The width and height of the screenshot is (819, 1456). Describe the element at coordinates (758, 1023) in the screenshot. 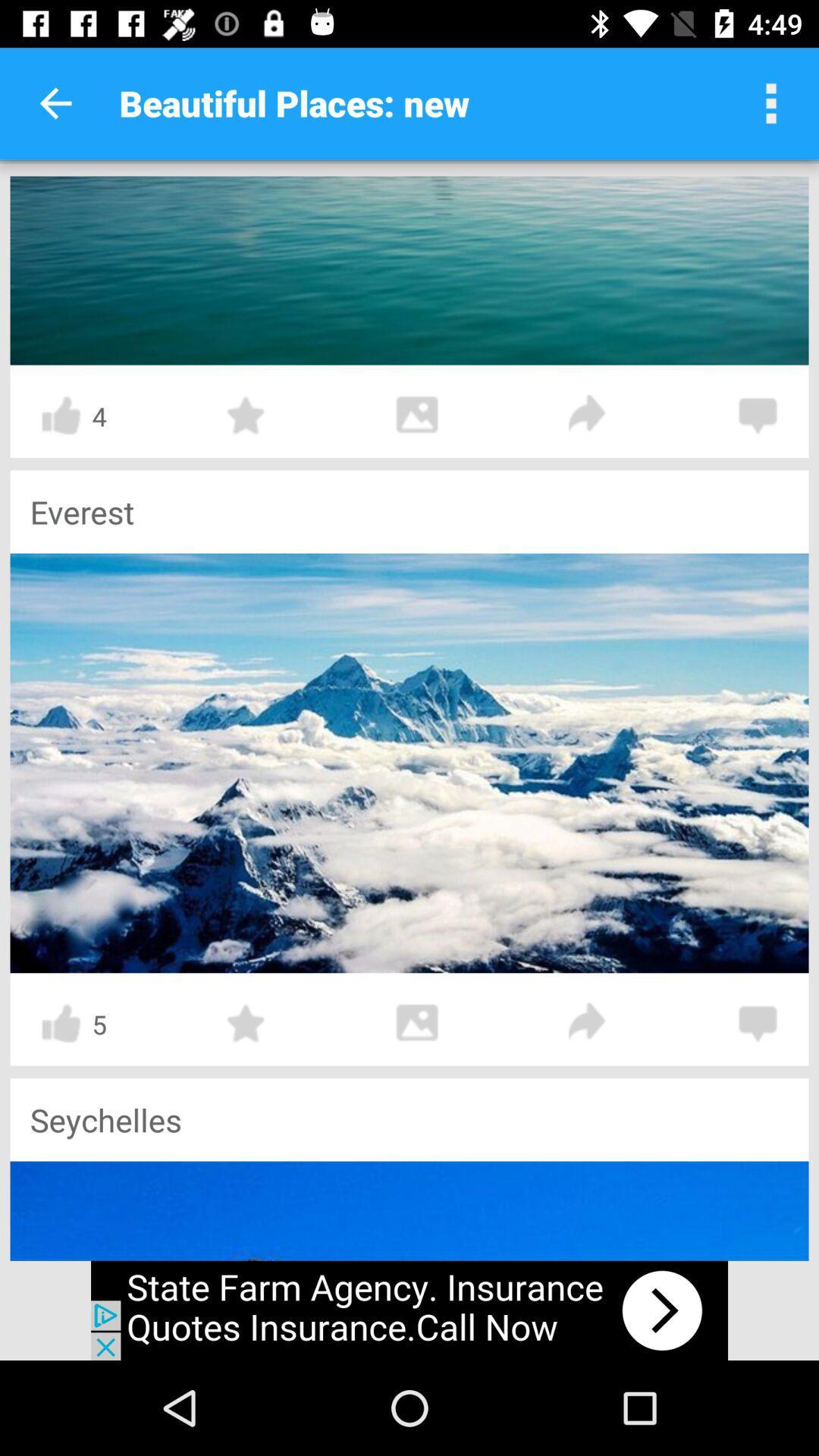

I see `message` at that location.